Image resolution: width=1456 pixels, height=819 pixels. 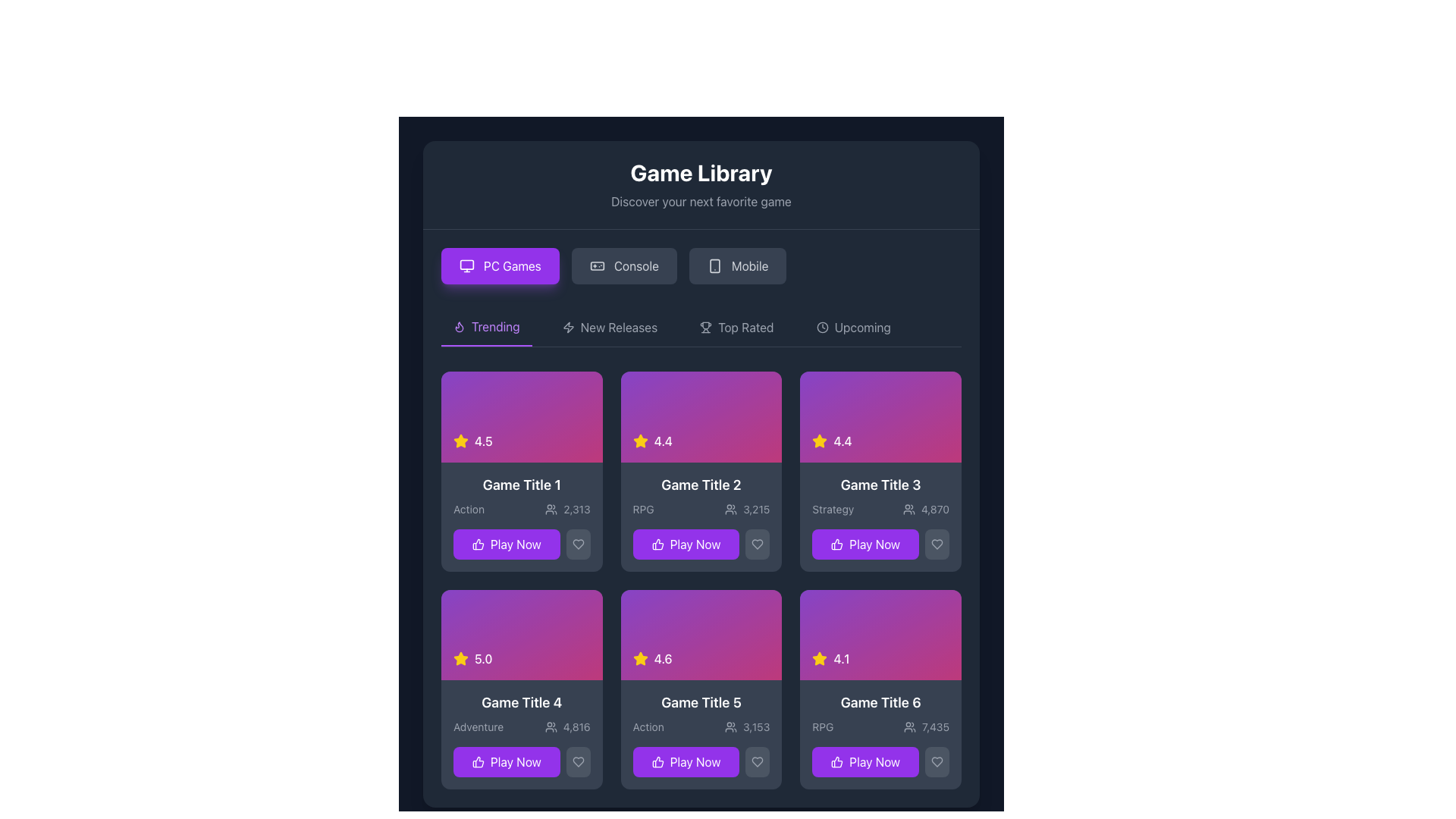 What do you see at coordinates (701, 762) in the screenshot?
I see `the keyboard interactions for the primary call-to-action button located at the bottom of the fifth game card titled 'Game Title 5'` at bounding box center [701, 762].